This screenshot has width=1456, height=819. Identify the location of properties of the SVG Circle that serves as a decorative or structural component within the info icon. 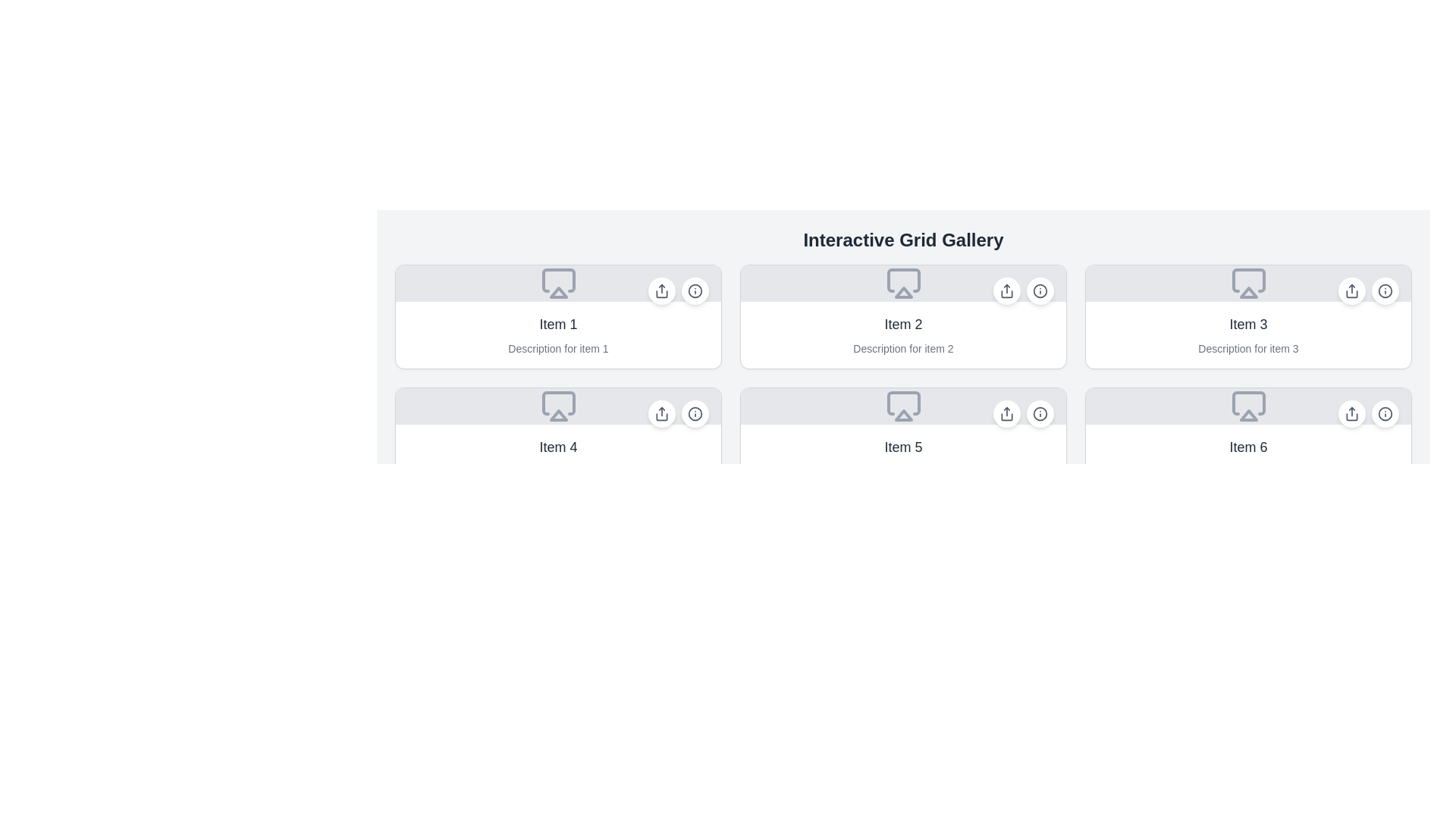
(1040, 291).